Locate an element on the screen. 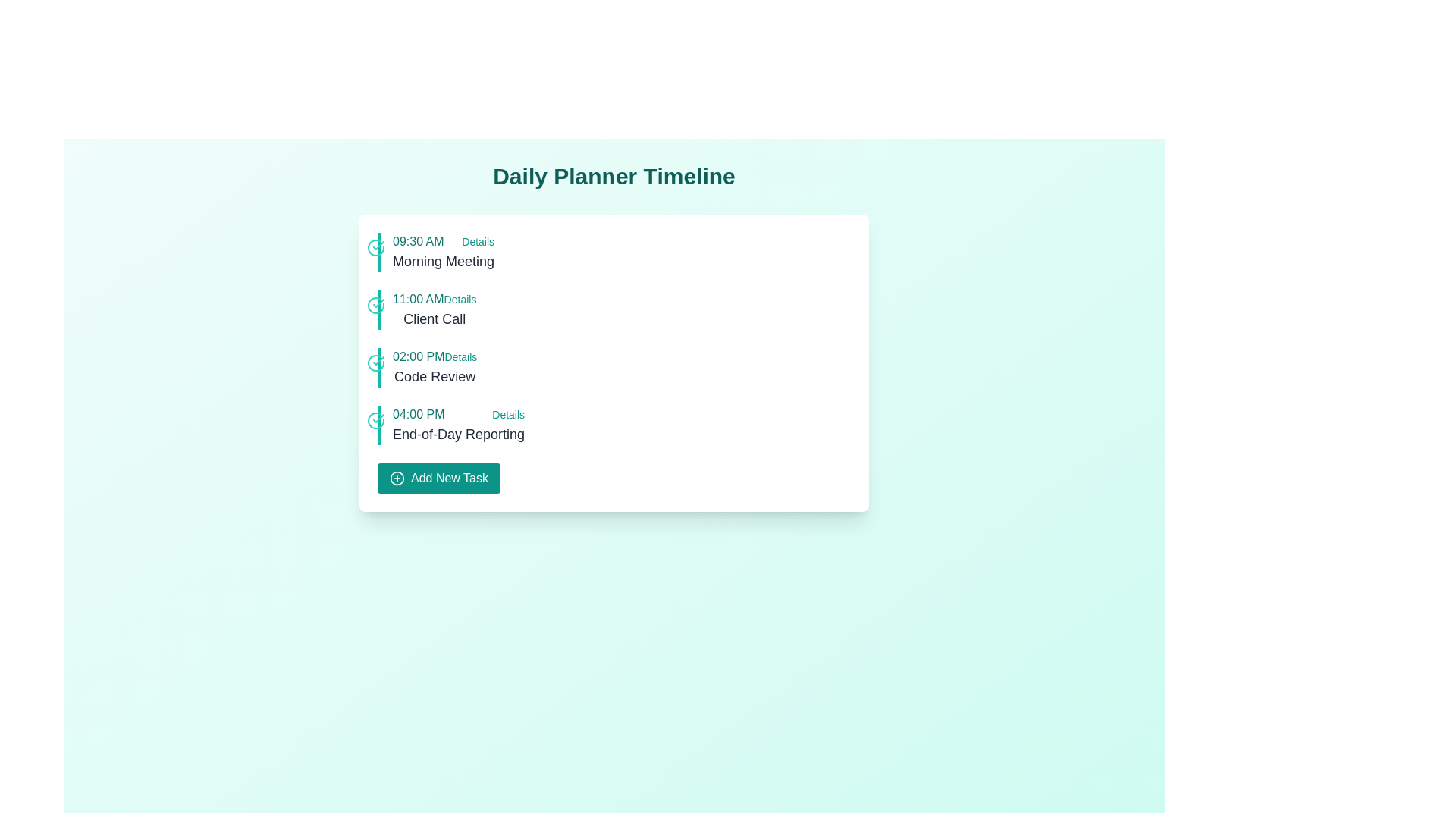 The height and width of the screenshot is (819, 1456). the text label that identifies the task scheduled for '02:00 PM' on the Daily Planner Timeline, located in the third entry of the timeline list is located at coordinates (434, 376).